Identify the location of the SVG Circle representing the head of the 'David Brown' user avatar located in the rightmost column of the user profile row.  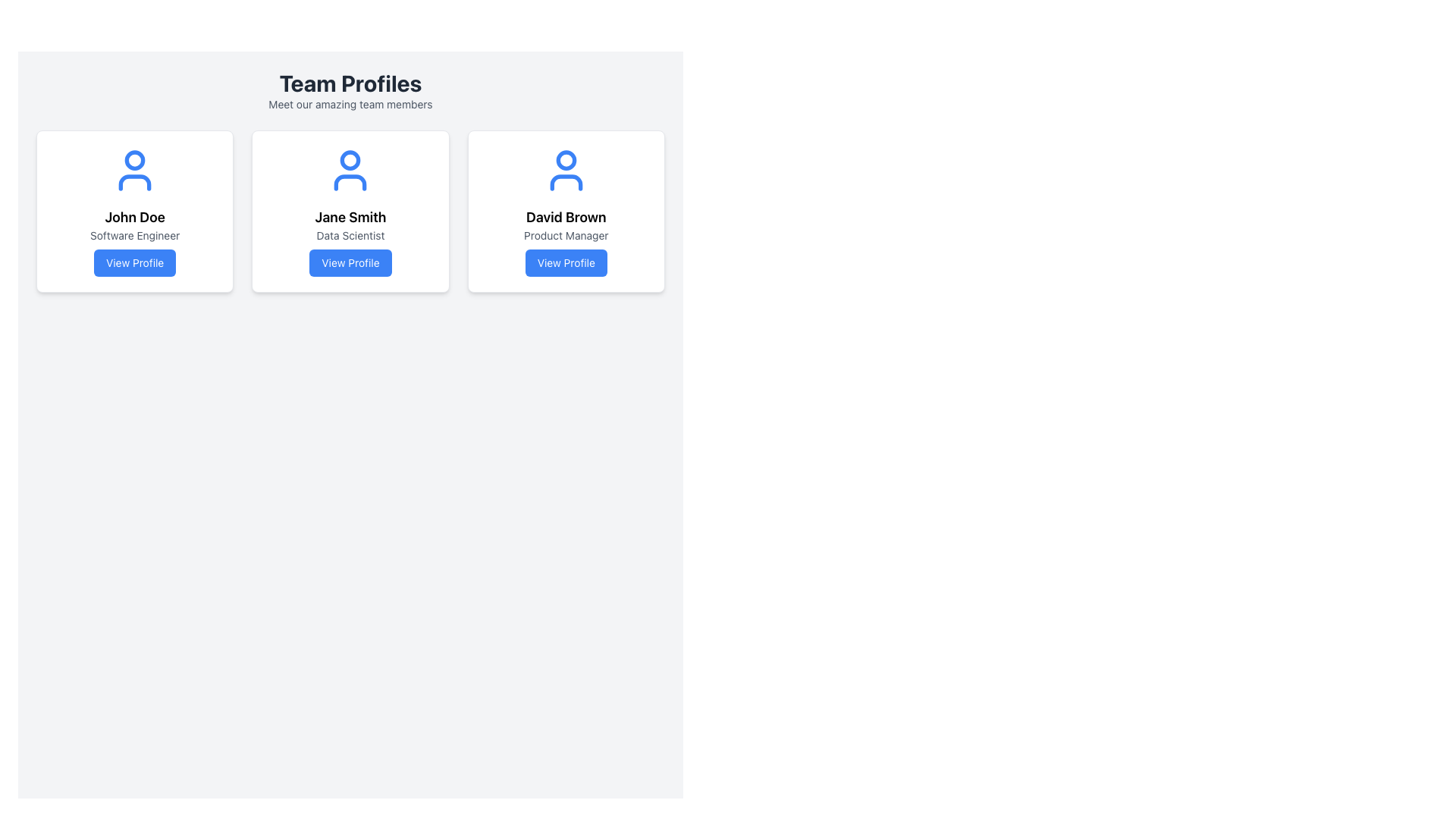
(565, 160).